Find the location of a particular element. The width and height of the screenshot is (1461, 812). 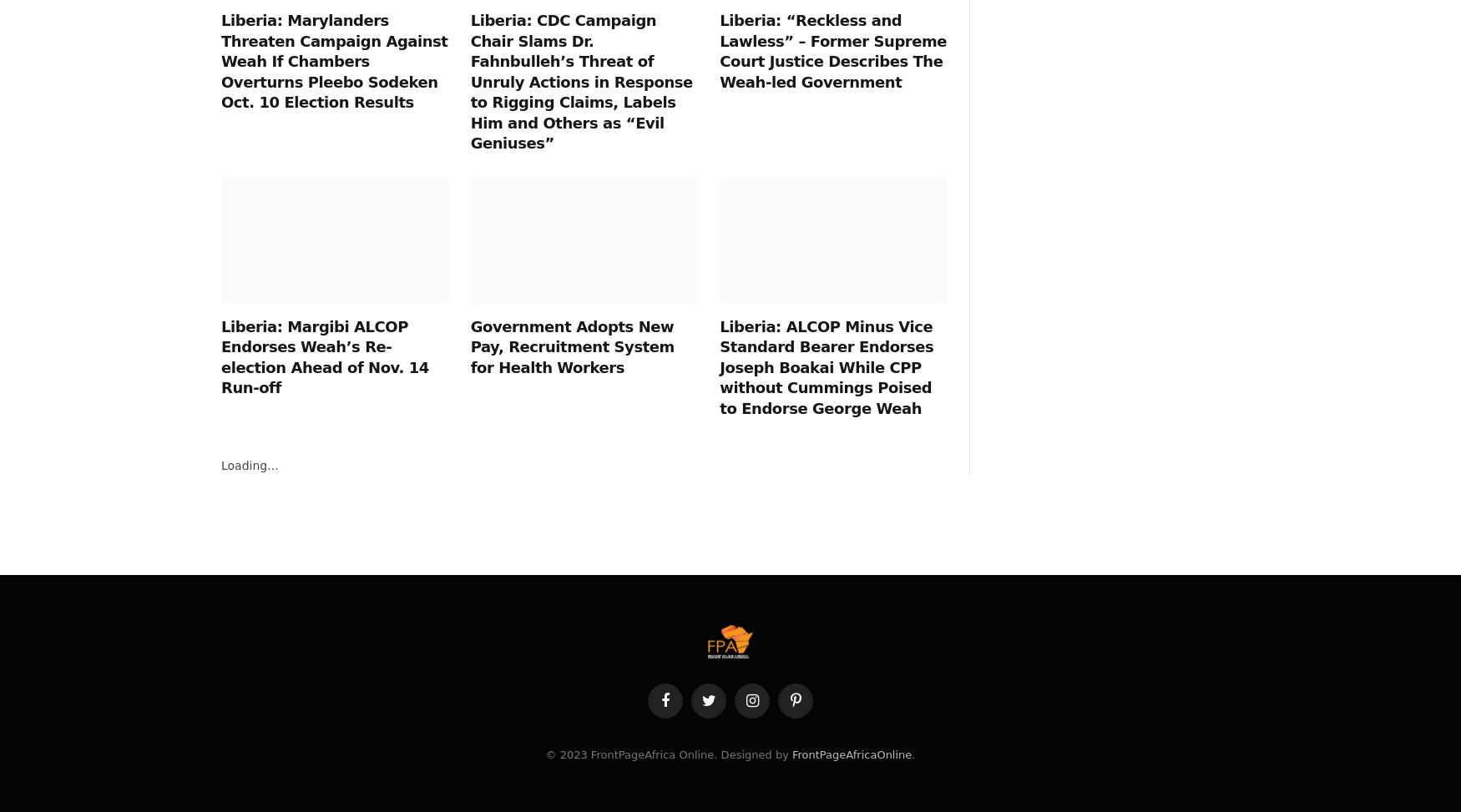

'.' is located at coordinates (912, 754).